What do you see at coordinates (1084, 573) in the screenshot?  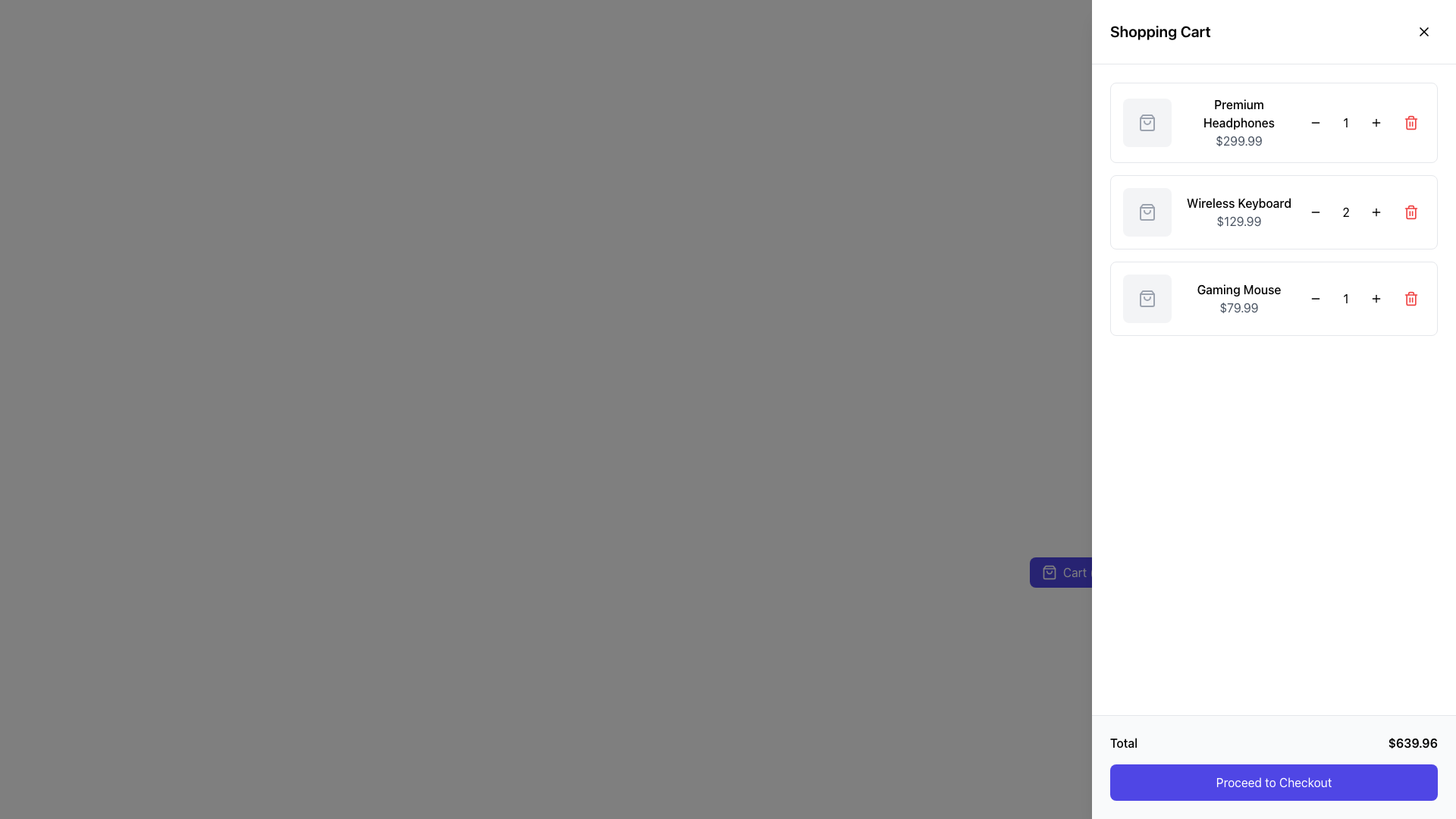 I see `text displayed on the 'Cart (3)' label, which is located in the lower section of the right-hand shopping cart panel, to the right of a shopping bag icon` at bounding box center [1084, 573].